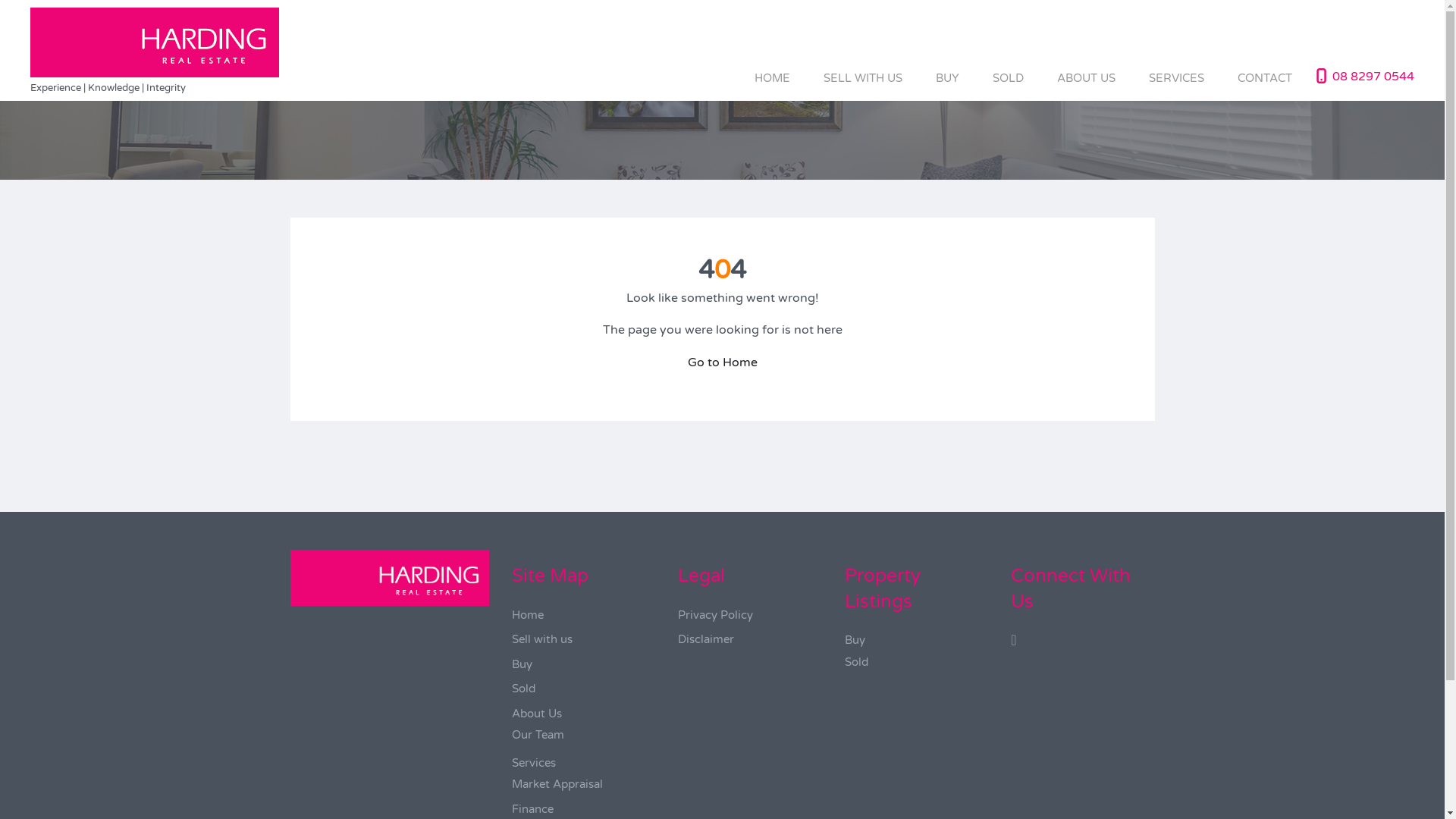 The width and height of the screenshot is (1456, 819). Describe the element at coordinates (772, 77) in the screenshot. I see `'HOME'` at that location.